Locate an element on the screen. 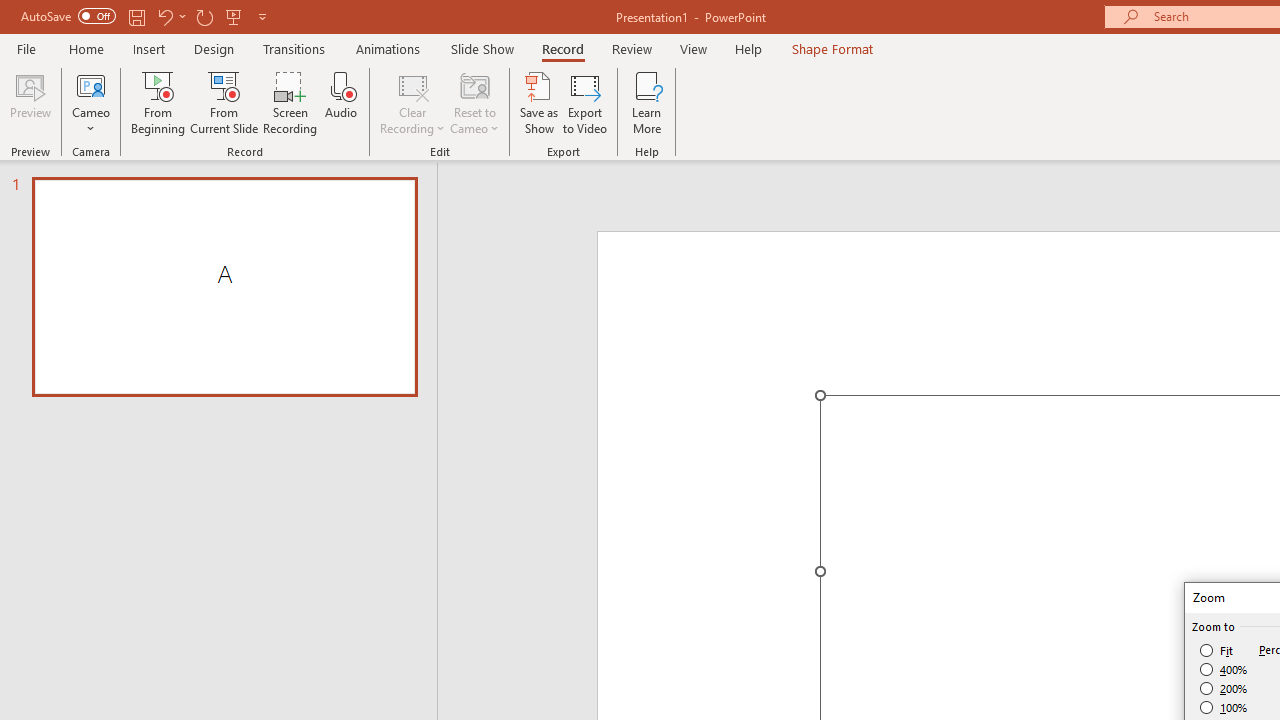 The height and width of the screenshot is (720, 1280). '200%' is located at coordinates (1223, 688).